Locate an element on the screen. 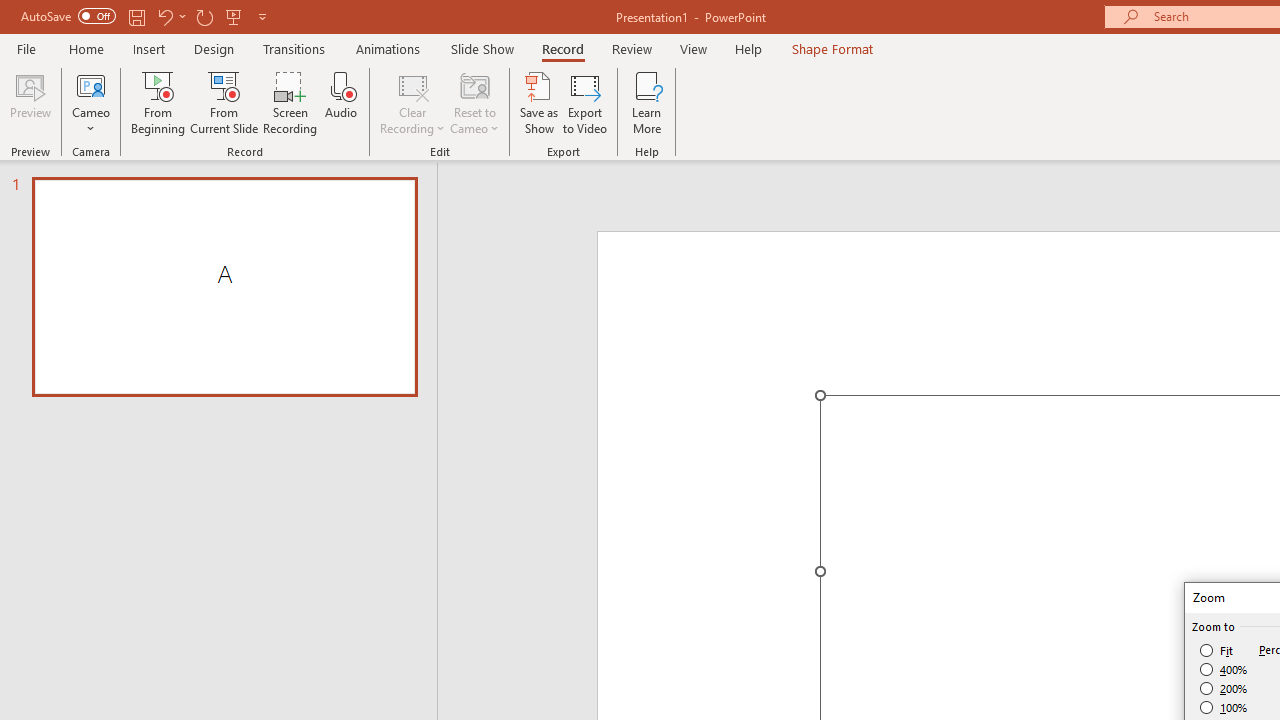 The height and width of the screenshot is (720, 1280). '200%' is located at coordinates (1223, 688).